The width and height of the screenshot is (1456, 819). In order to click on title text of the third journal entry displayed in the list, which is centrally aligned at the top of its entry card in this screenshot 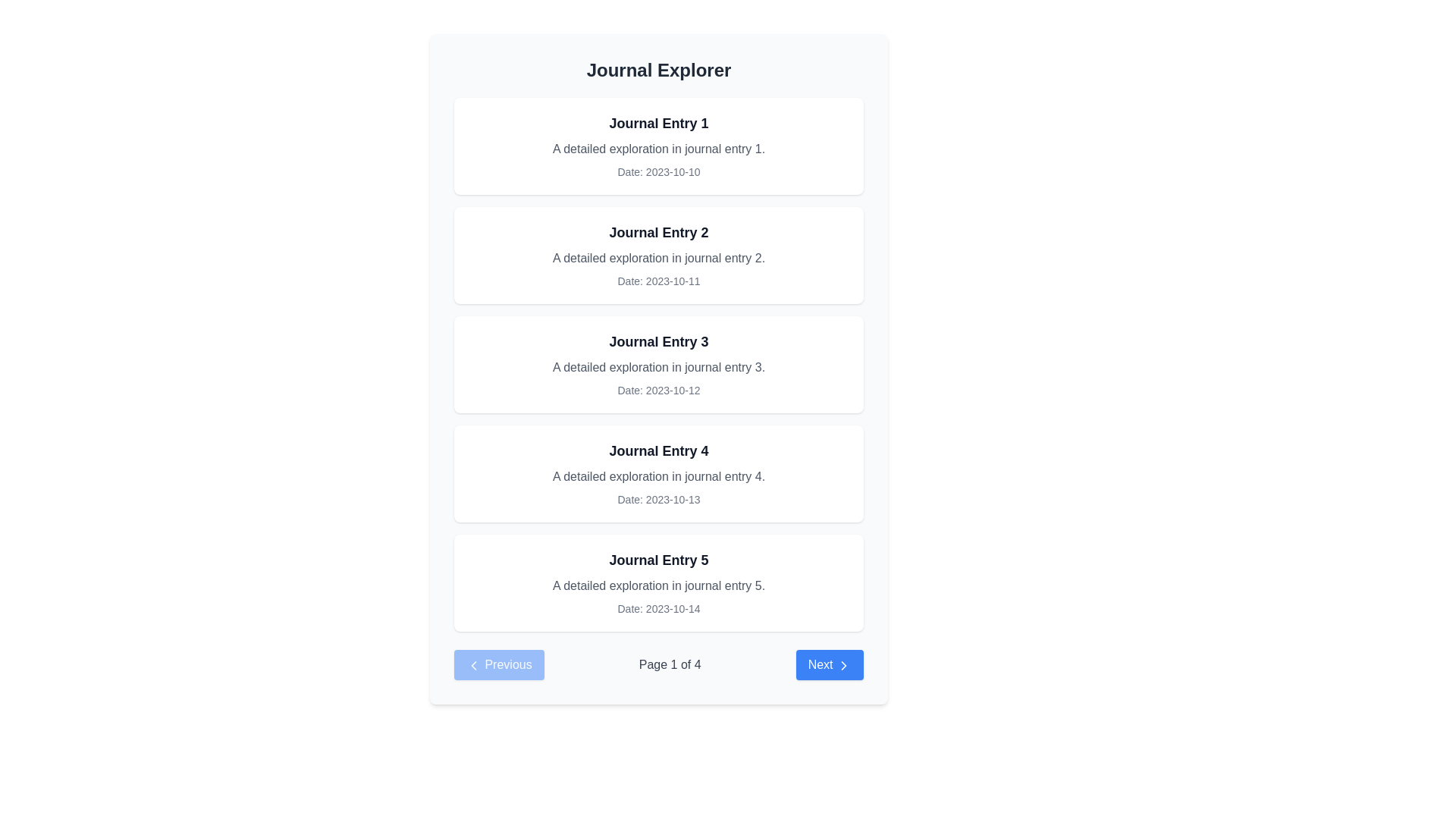, I will do `click(658, 342)`.